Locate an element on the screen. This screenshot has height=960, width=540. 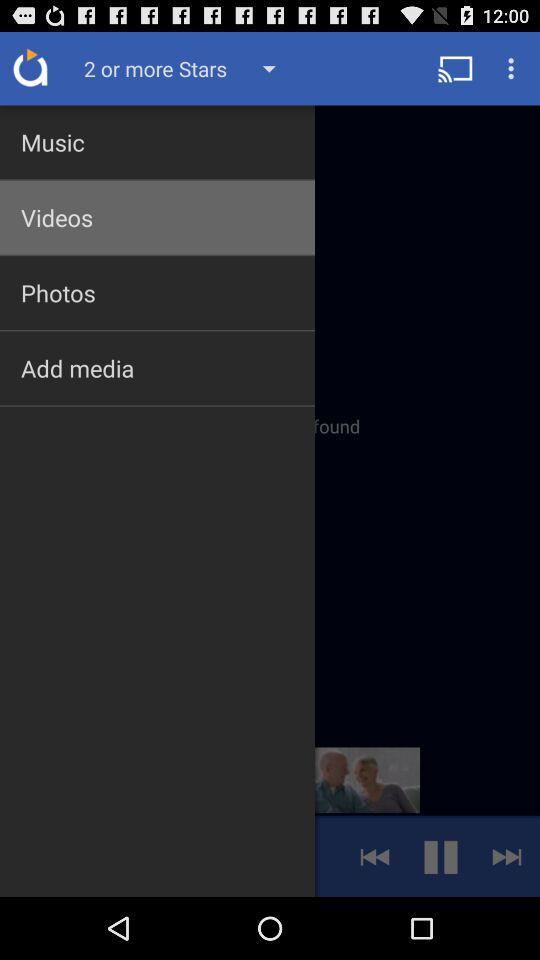
the skip_next icon is located at coordinates (507, 917).